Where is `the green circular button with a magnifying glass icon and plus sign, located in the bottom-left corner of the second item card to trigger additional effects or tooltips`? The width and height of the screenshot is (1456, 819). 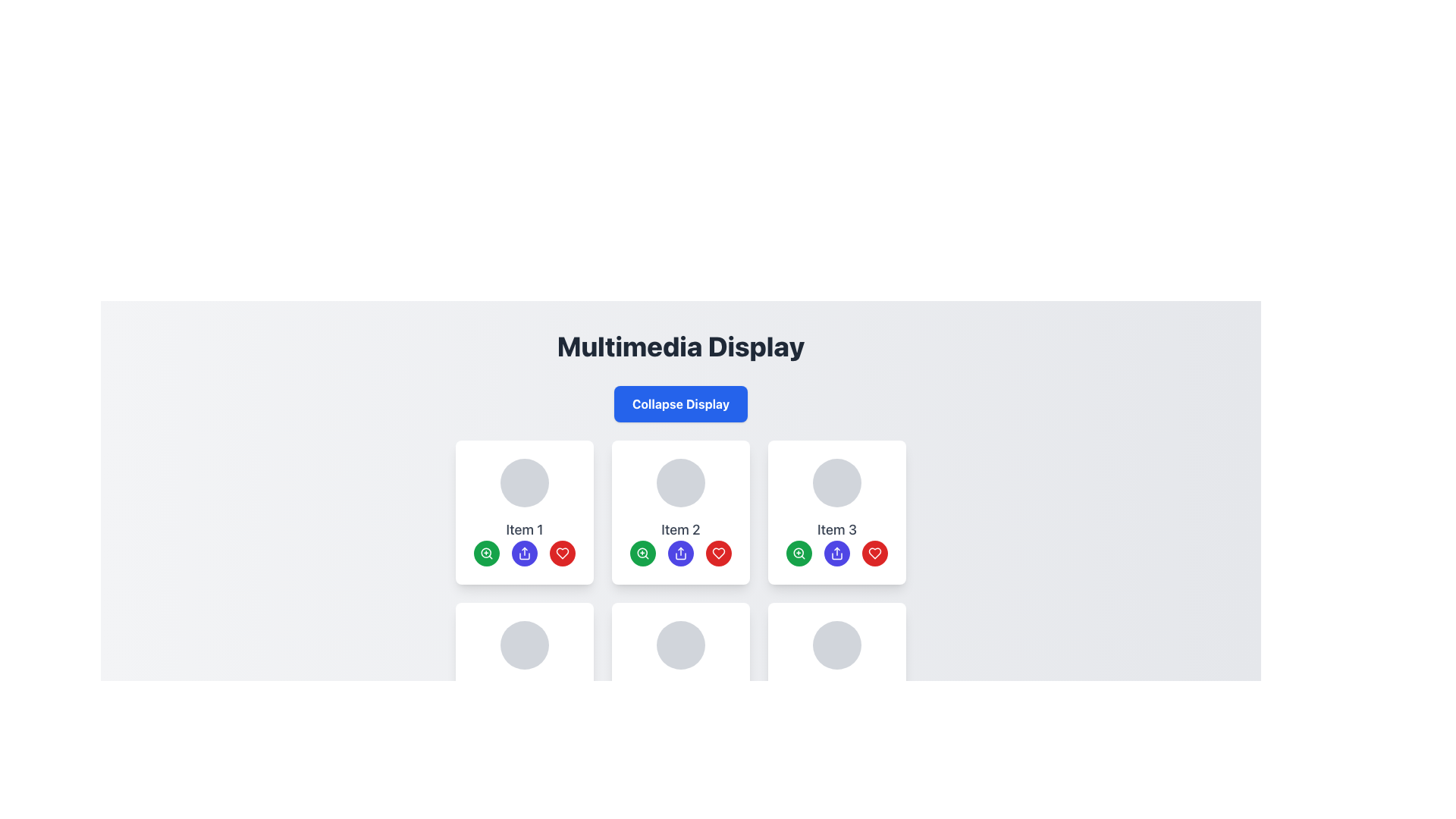
the green circular button with a magnifying glass icon and plus sign, located in the bottom-left corner of the second item card to trigger additional effects or tooltips is located at coordinates (643, 553).